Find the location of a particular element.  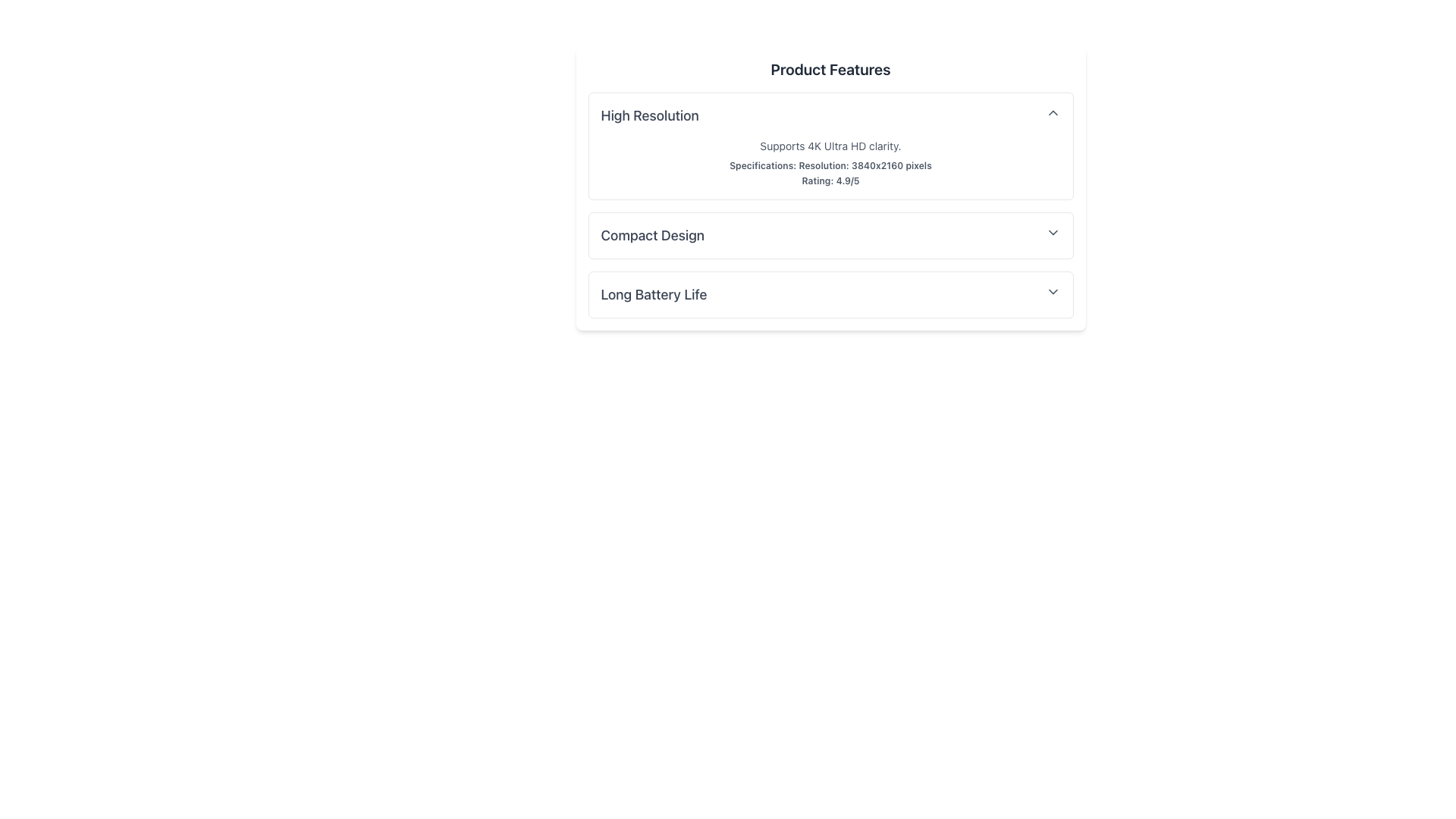

the descriptive text block that details the 4K Ultra HD clarity feature, specifications, and rating, located in the 'High Resolution' section of 'Product Features.' is located at coordinates (830, 163).